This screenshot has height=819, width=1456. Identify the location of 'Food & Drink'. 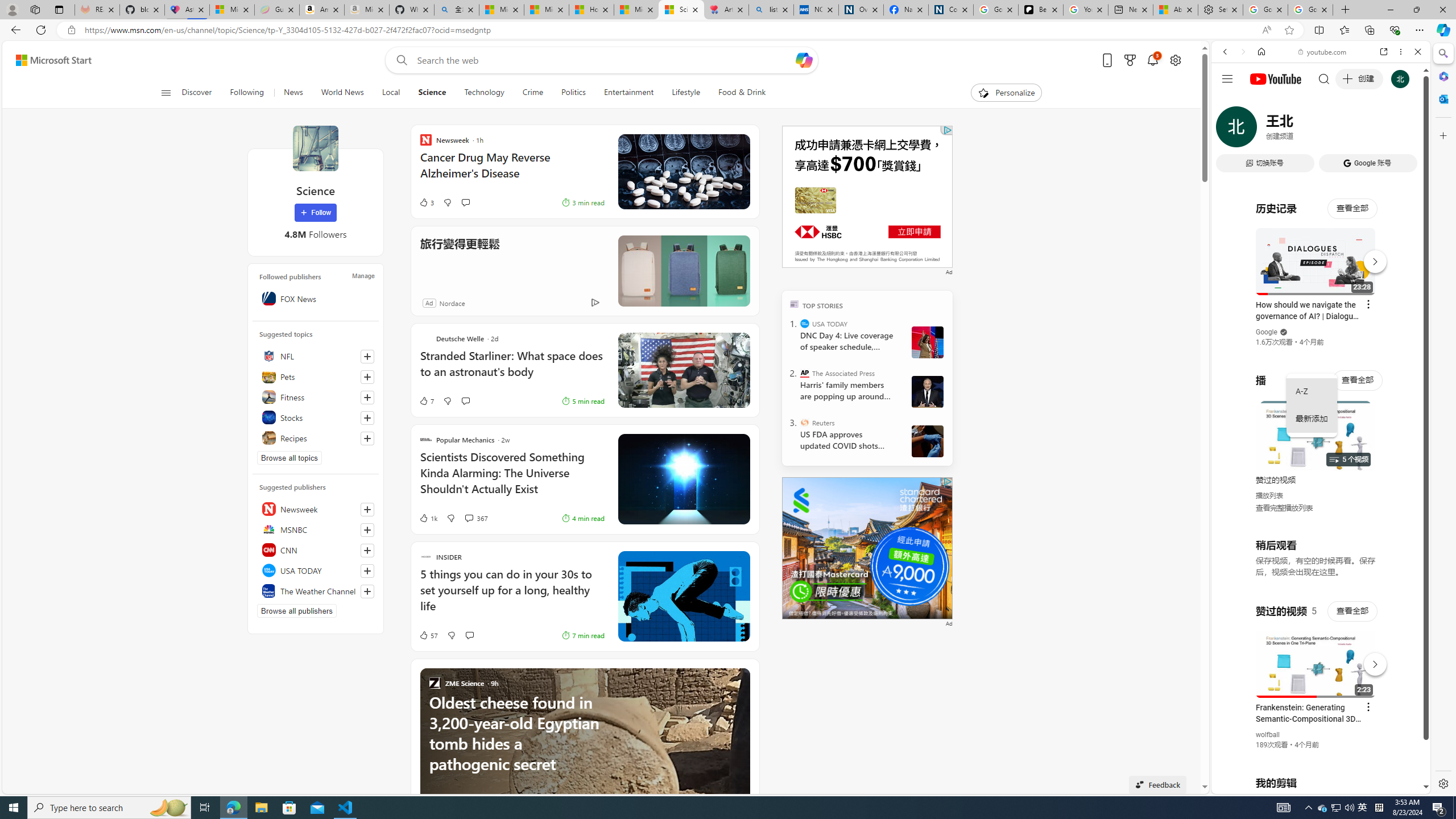
(737, 92).